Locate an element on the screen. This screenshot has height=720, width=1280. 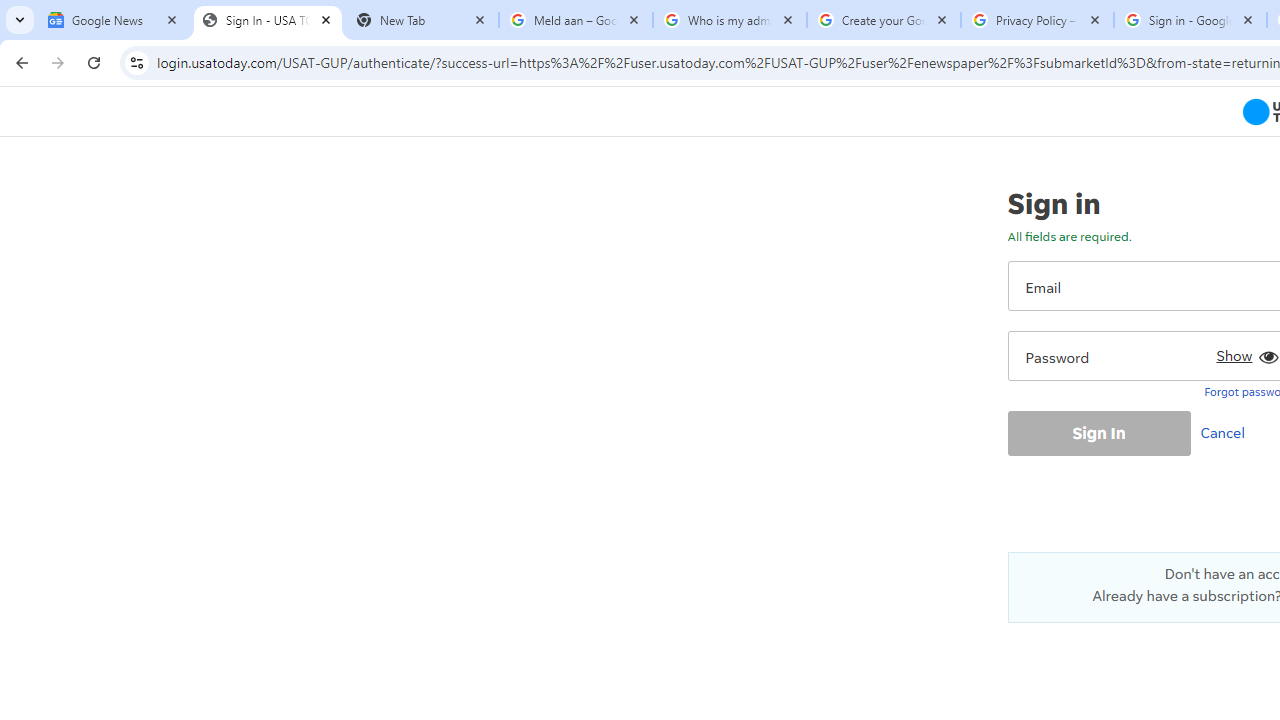
'Show' is located at coordinates (1243, 351).